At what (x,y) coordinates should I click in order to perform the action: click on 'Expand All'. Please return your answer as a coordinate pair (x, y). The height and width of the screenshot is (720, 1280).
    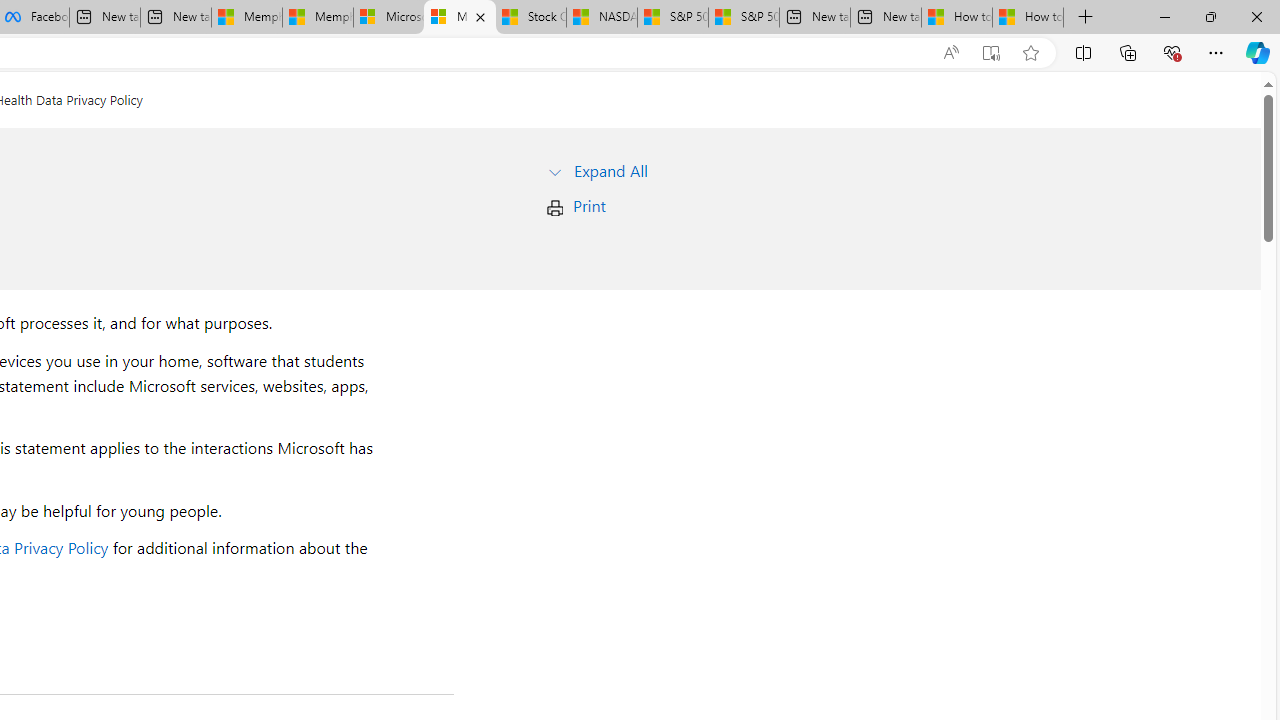
    Looking at the image, I should click on (610, 169).